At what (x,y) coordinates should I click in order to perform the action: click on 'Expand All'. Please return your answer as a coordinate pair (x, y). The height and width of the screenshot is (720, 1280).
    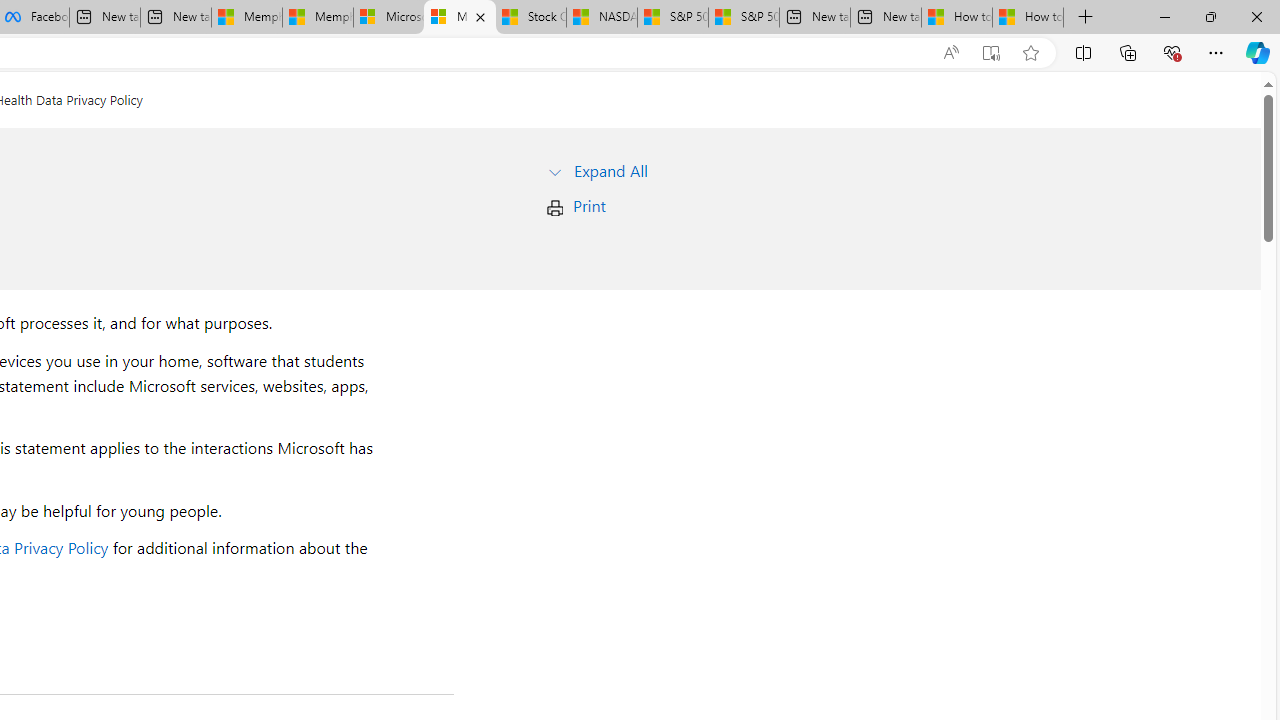
    Looking at the image, I should click on (610, 169).